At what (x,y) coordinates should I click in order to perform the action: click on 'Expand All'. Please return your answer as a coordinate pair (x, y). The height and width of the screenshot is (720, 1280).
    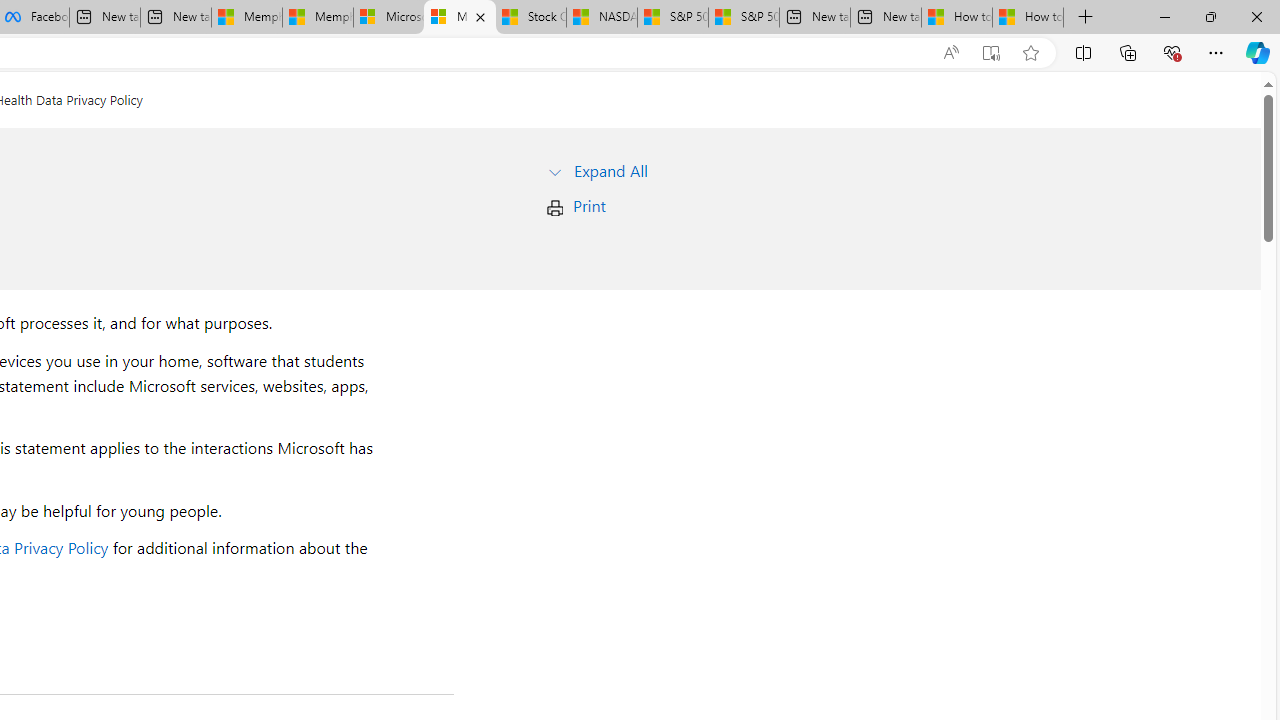
    Looking at the image, I should click on (610, 169).